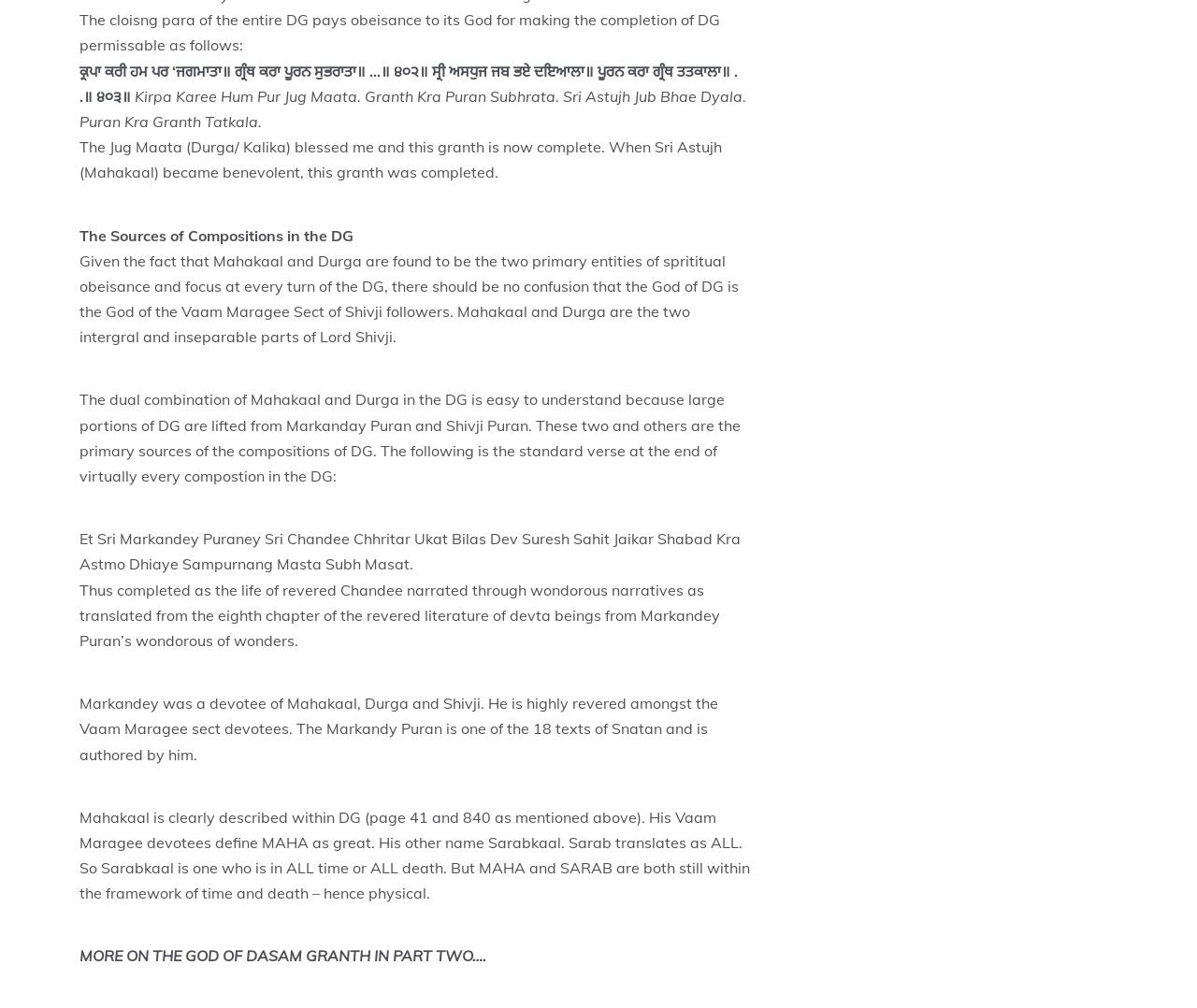 The image size is (1197, 1008). What do you see at coordinates (409, 436) in the screenshot?
I see `'The dual combination of Mahakaal and Durga in the DG is easy to understand because large portions of DG are lifted from Markanday Puran and Shivji Puran. These two and others are the primary sources of the compositions of DG. The following is the standard verse at the end of virtually every compostion in the DG:'` at bounding box center [409, 436].